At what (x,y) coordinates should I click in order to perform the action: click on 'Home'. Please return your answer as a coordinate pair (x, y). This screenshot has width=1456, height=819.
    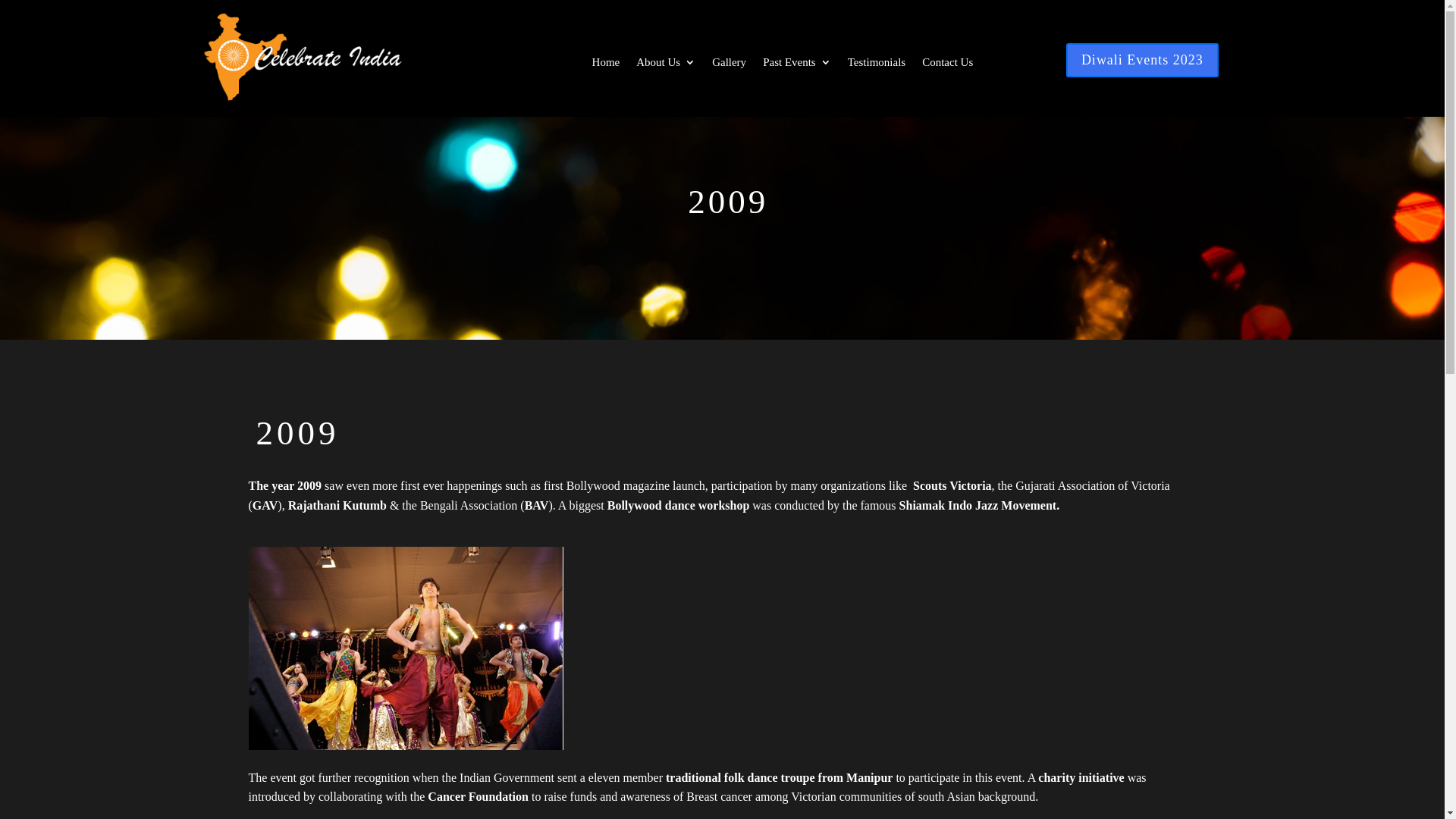
    Looking at the image, I should click on (605, 64).